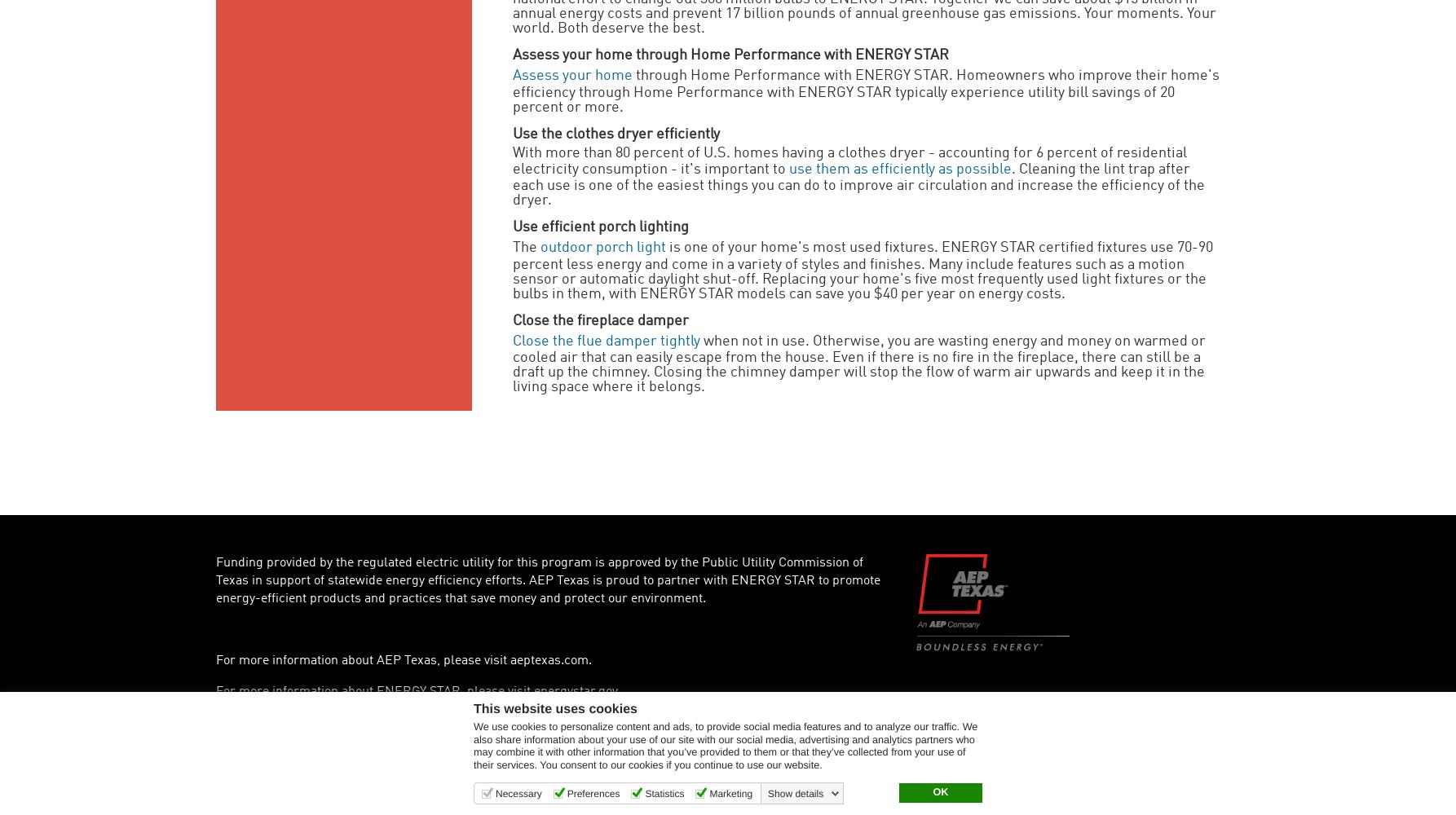 The height and width of the screenshot is (815, 1456). Describe the element at coordinates (607, 341) in the screenshot. I see `'Close the flue damper tightly'` at that location.